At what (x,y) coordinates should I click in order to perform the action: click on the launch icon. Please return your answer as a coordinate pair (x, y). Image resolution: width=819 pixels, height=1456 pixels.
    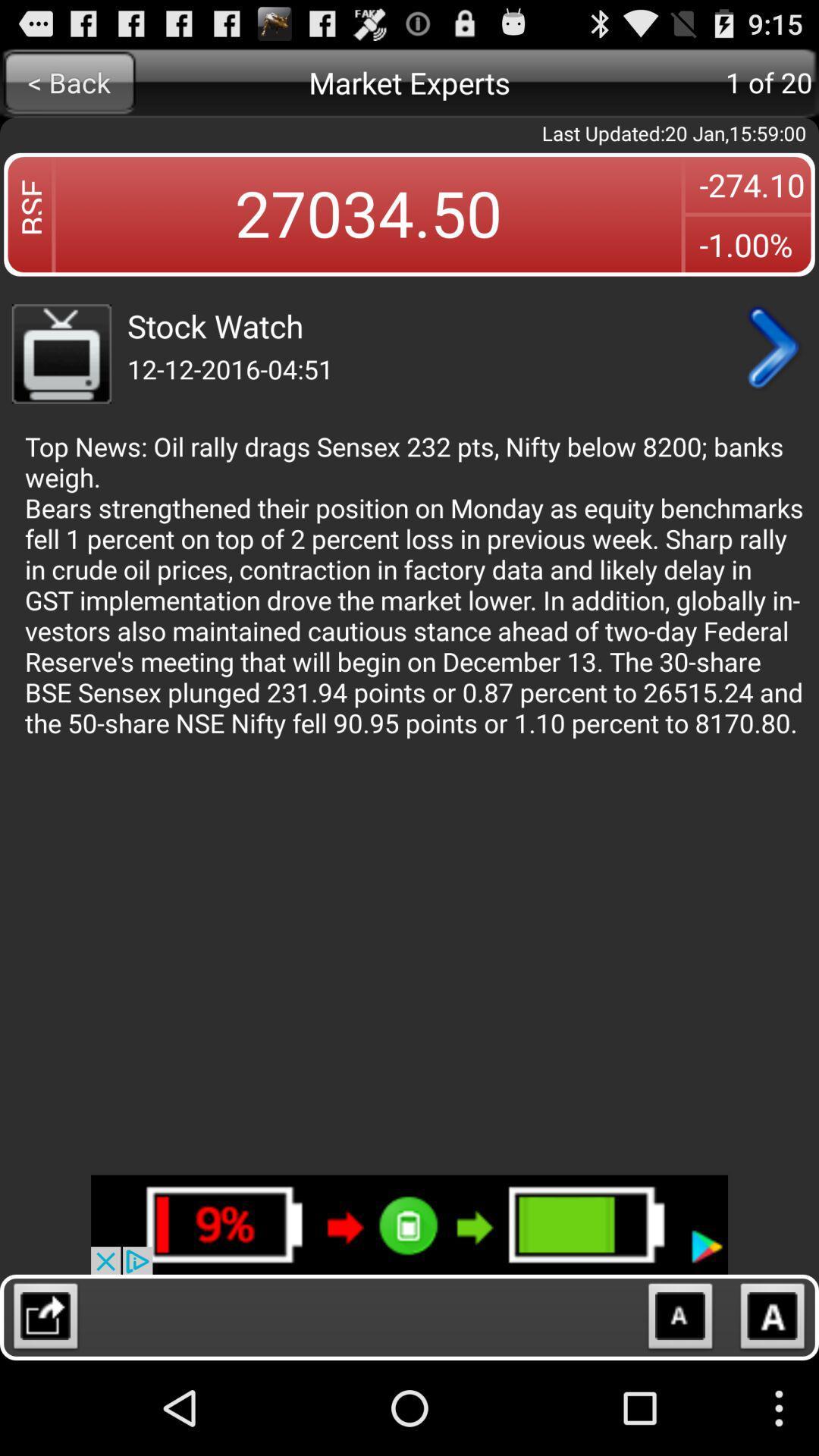
    Looking at the image, I should click on (45, 1412).